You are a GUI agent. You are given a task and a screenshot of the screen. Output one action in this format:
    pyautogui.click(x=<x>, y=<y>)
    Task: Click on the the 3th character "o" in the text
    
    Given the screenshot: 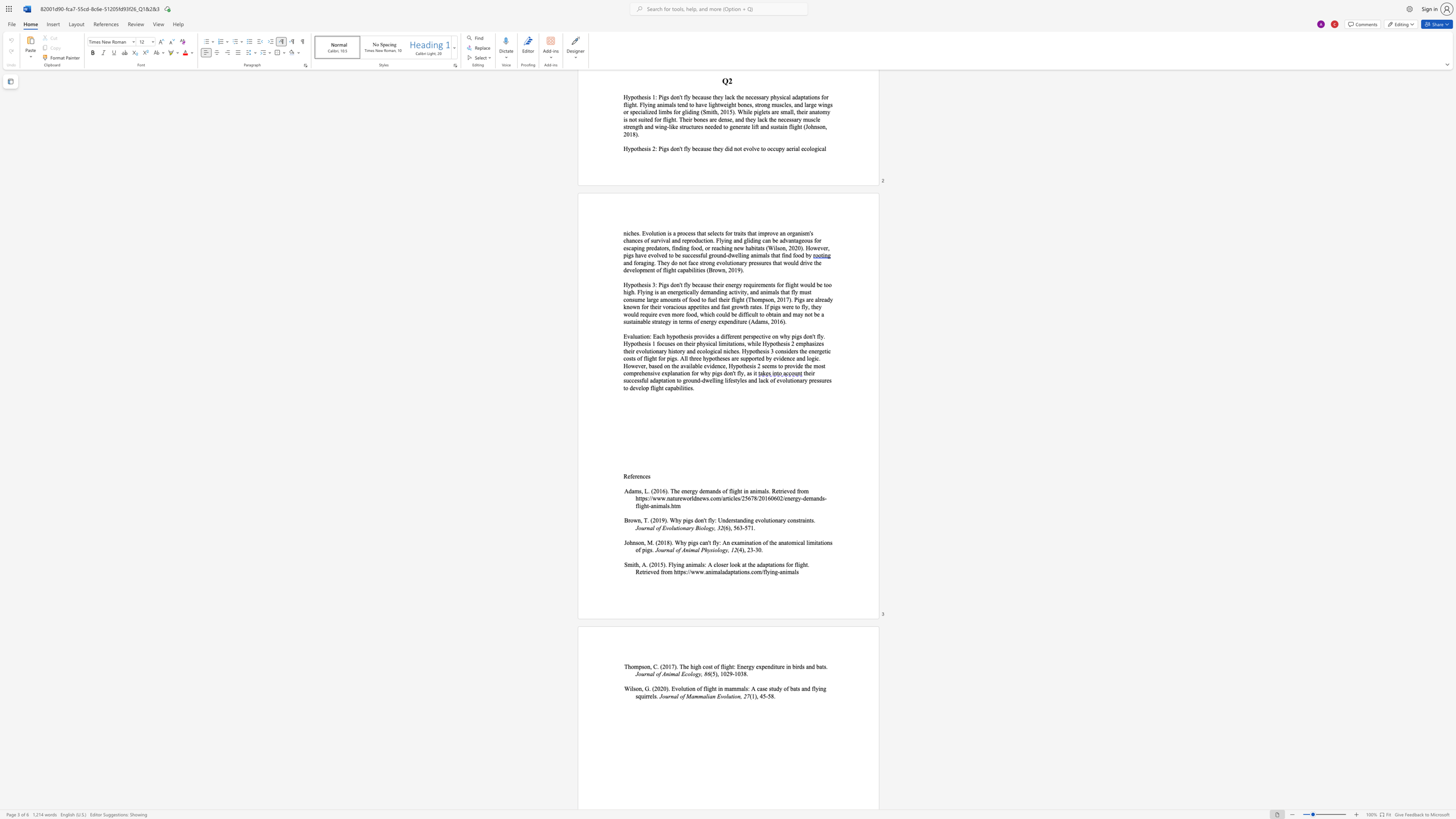 What is the action you would take?
    pyautogui.click(x=724, y=696)
    